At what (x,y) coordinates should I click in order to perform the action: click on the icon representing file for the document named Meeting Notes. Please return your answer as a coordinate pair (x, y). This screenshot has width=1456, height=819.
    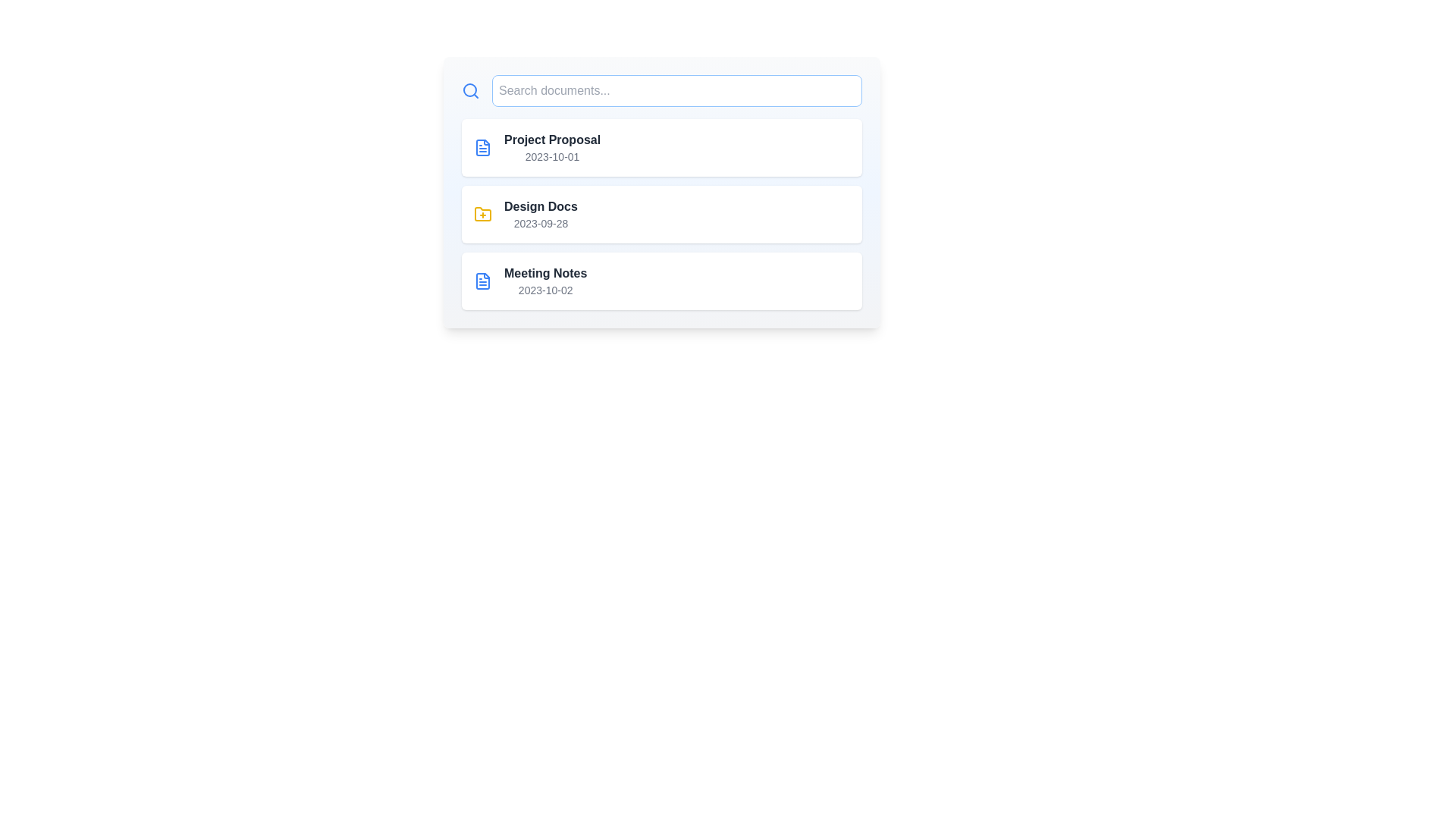
    Looking at the image, I should click on (482, 281).